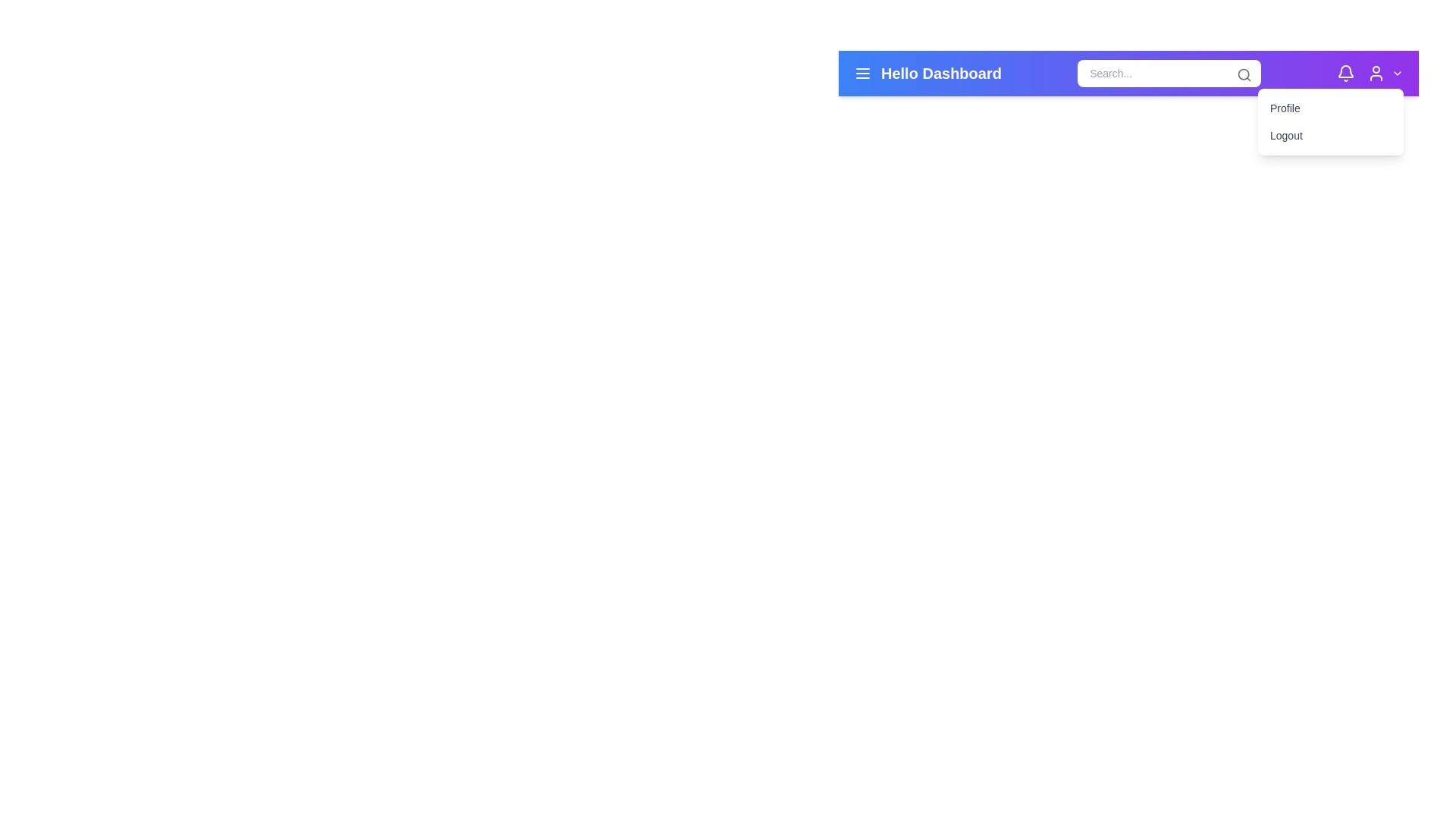  Describe the element at coordinates (1244, 75) in the screenshot. I see `the magnifying glass icon, which is a gray-stroked SVG element located at the top-right corner of the search input box in the top bar` at that location.